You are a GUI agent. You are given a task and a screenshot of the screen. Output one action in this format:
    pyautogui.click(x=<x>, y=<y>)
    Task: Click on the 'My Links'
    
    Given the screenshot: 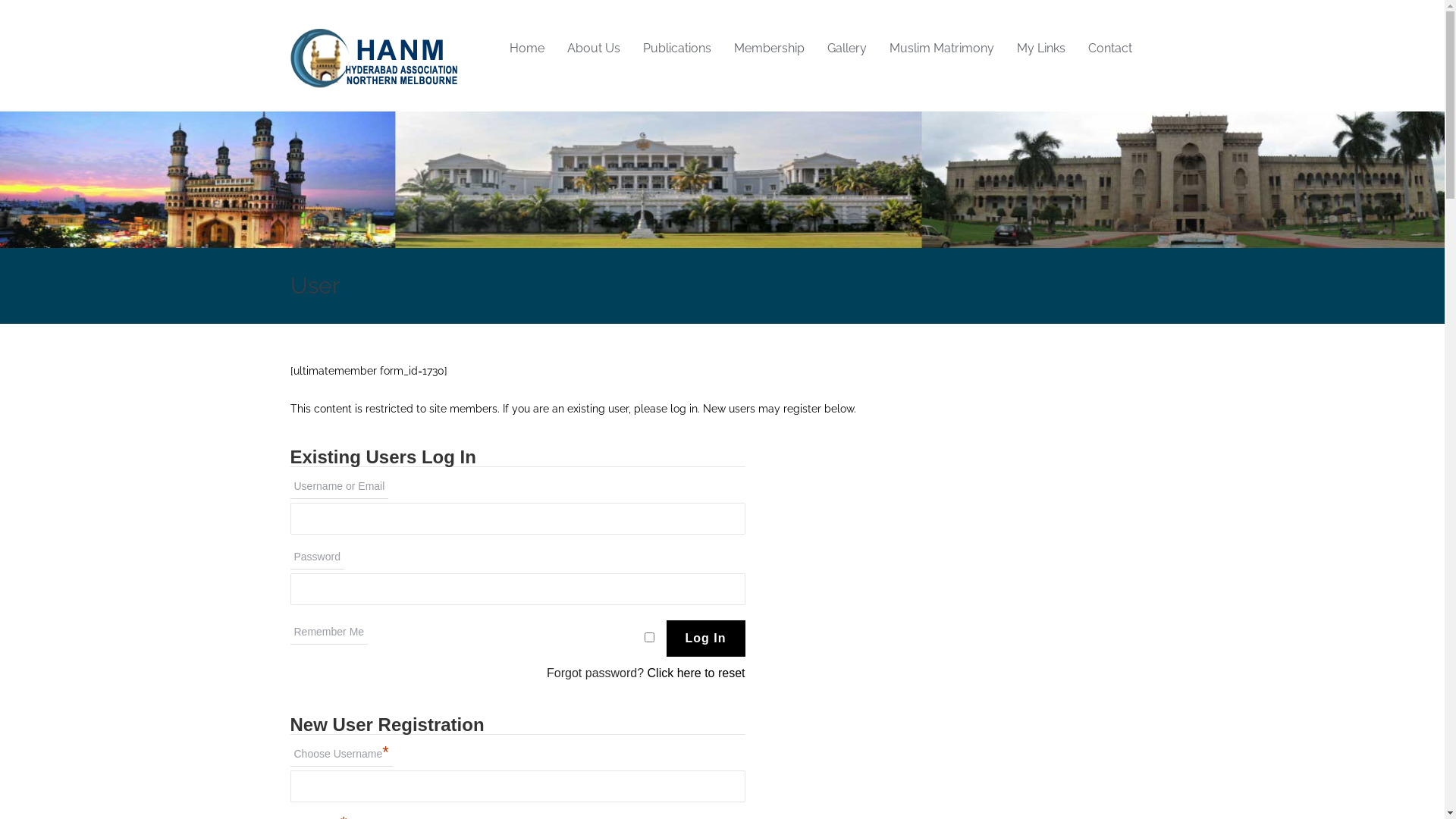 What is the action you would take?
    pyautogui.click(x=1005, y=48)
    